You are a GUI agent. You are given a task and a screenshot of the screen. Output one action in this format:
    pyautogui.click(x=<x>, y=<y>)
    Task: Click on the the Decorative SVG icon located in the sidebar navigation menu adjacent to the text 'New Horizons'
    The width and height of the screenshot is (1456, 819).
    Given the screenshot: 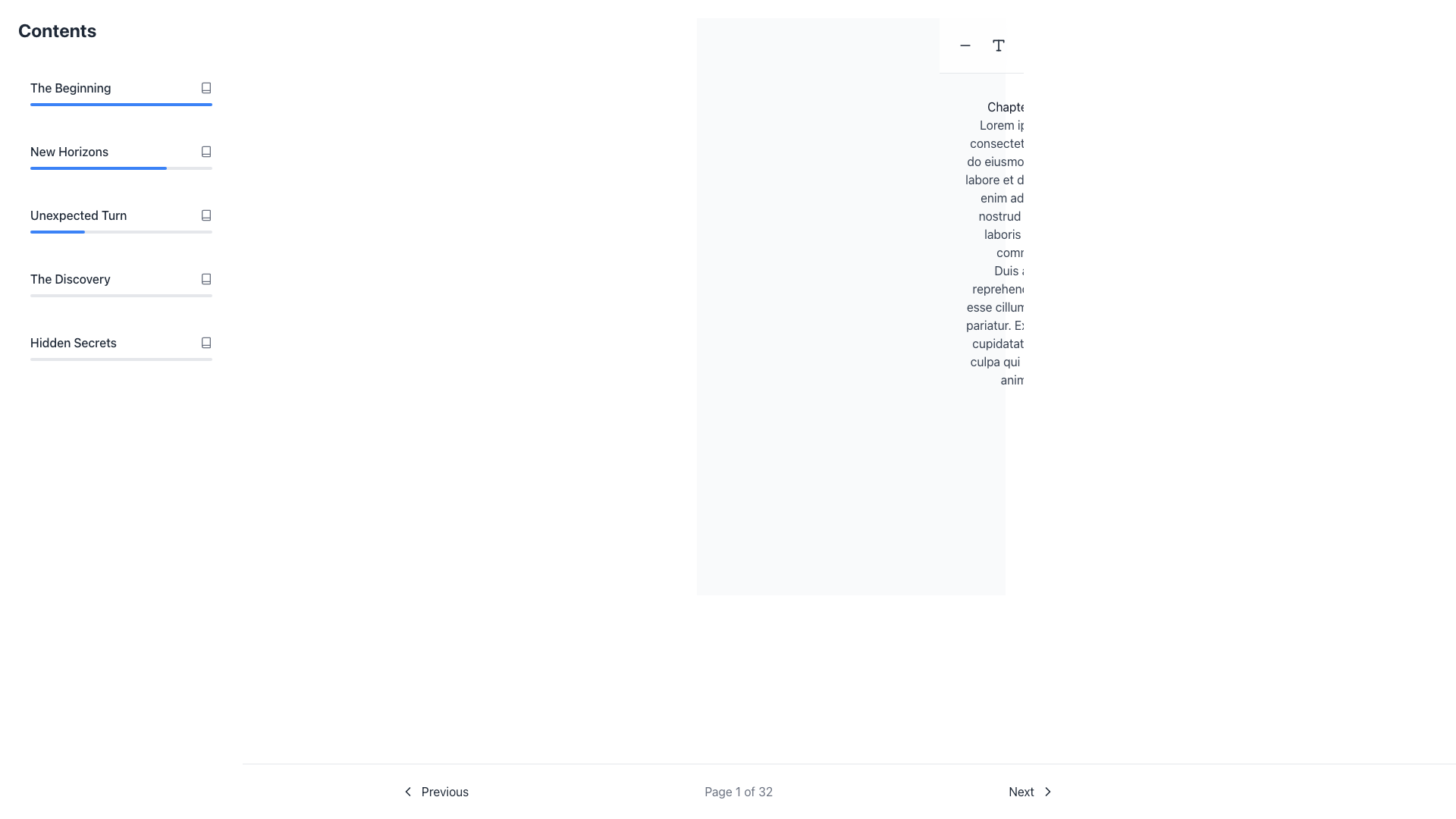 What is the action you would take?
    pyautogui.click(x=206, y=152)
    